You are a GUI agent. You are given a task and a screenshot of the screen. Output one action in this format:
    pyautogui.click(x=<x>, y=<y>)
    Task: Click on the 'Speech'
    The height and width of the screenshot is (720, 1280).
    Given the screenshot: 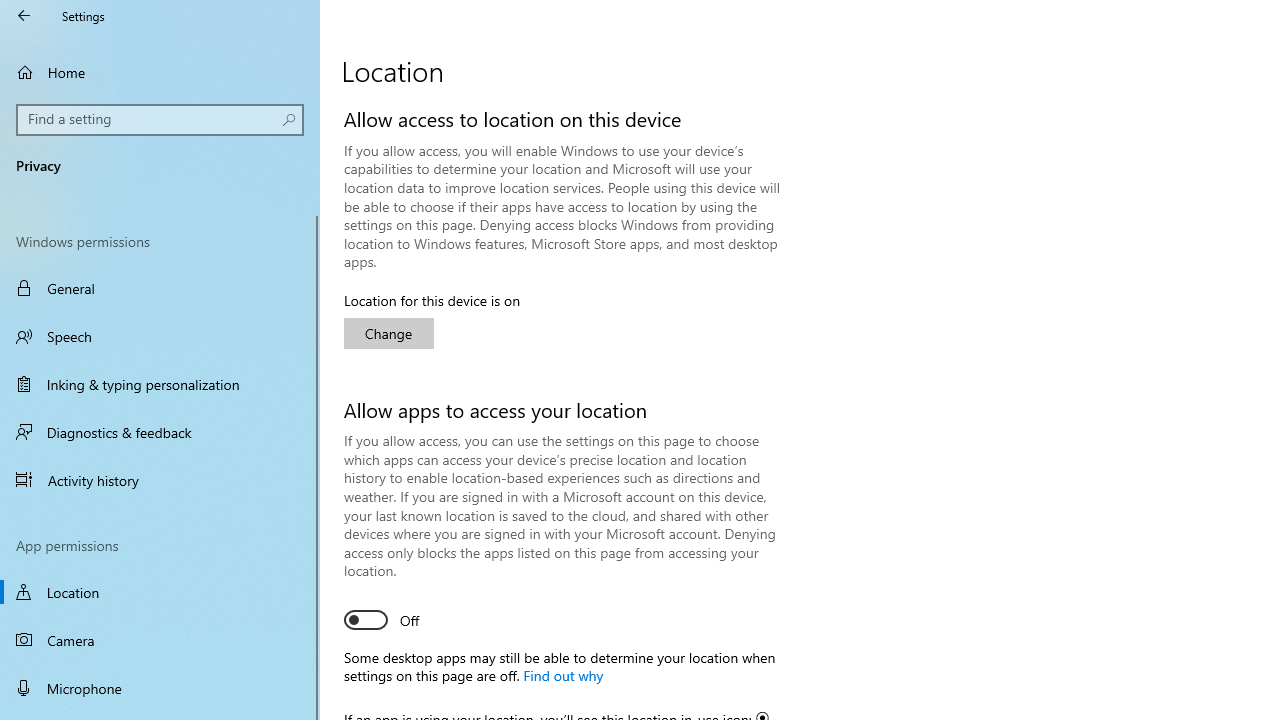 What is the action you would take?
    pyautogui.click(x=160, y=334)
    